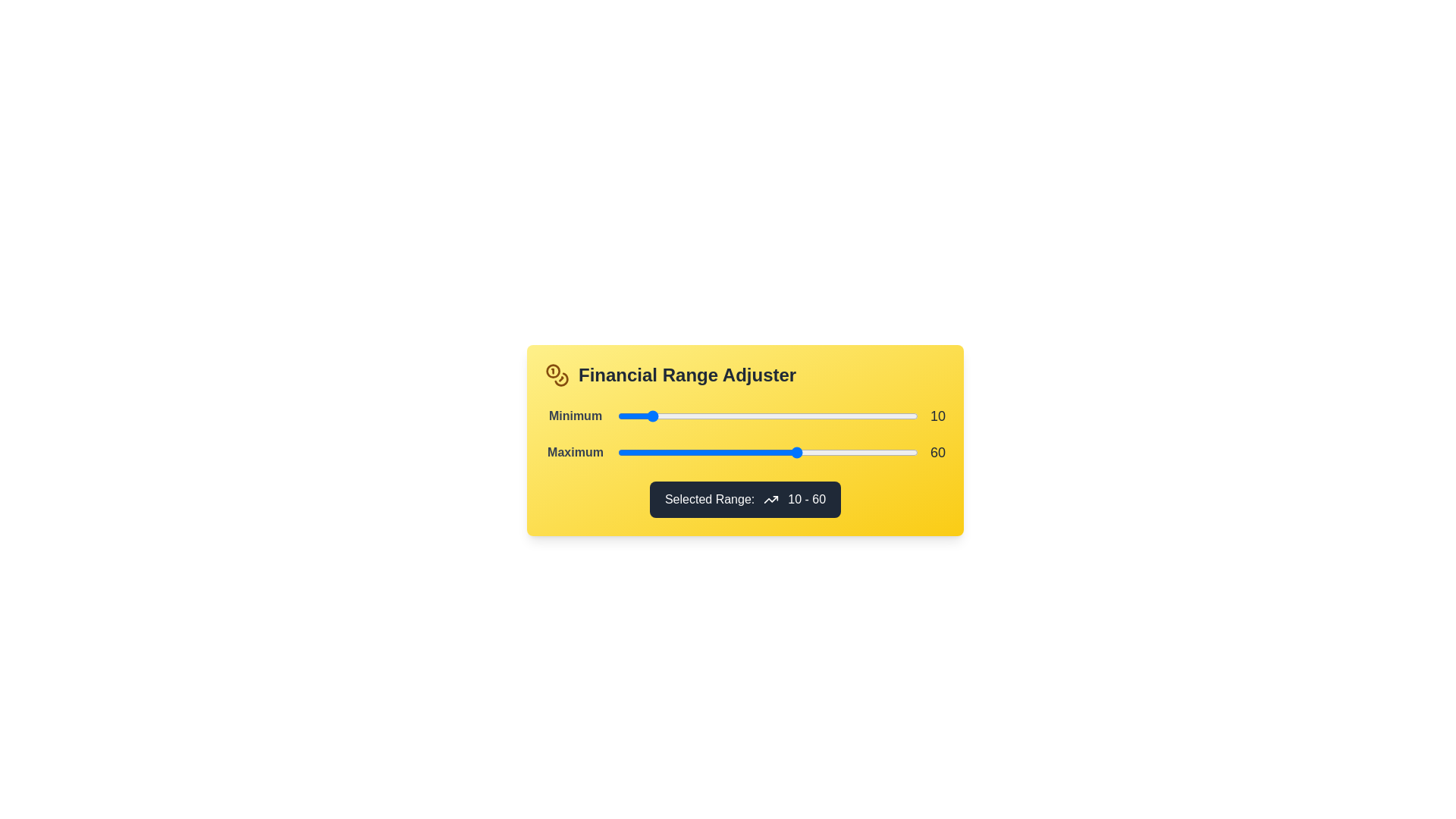 Image resolution: width=1456 pixels, height=819 pixels. I want to click on the 'Maximum' range slider to 49, so click(764, 452).